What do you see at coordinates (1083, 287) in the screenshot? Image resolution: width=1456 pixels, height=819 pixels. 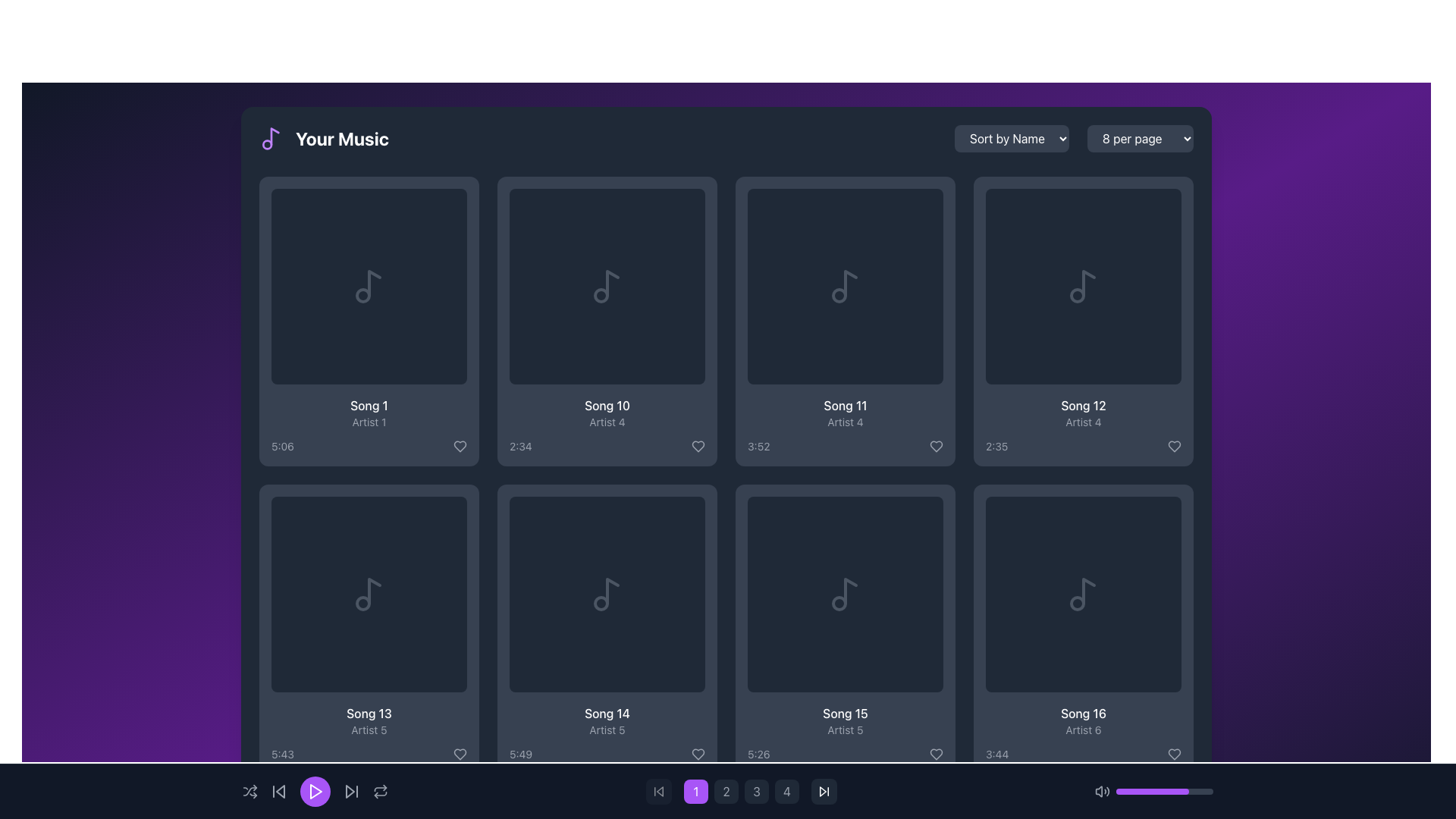 I see `the circular button with a purple background containing a white play icon, located beneath the placeholder image of 'Song 12' and above the song duration text '2:35'` at bounding box center [1083, 287].